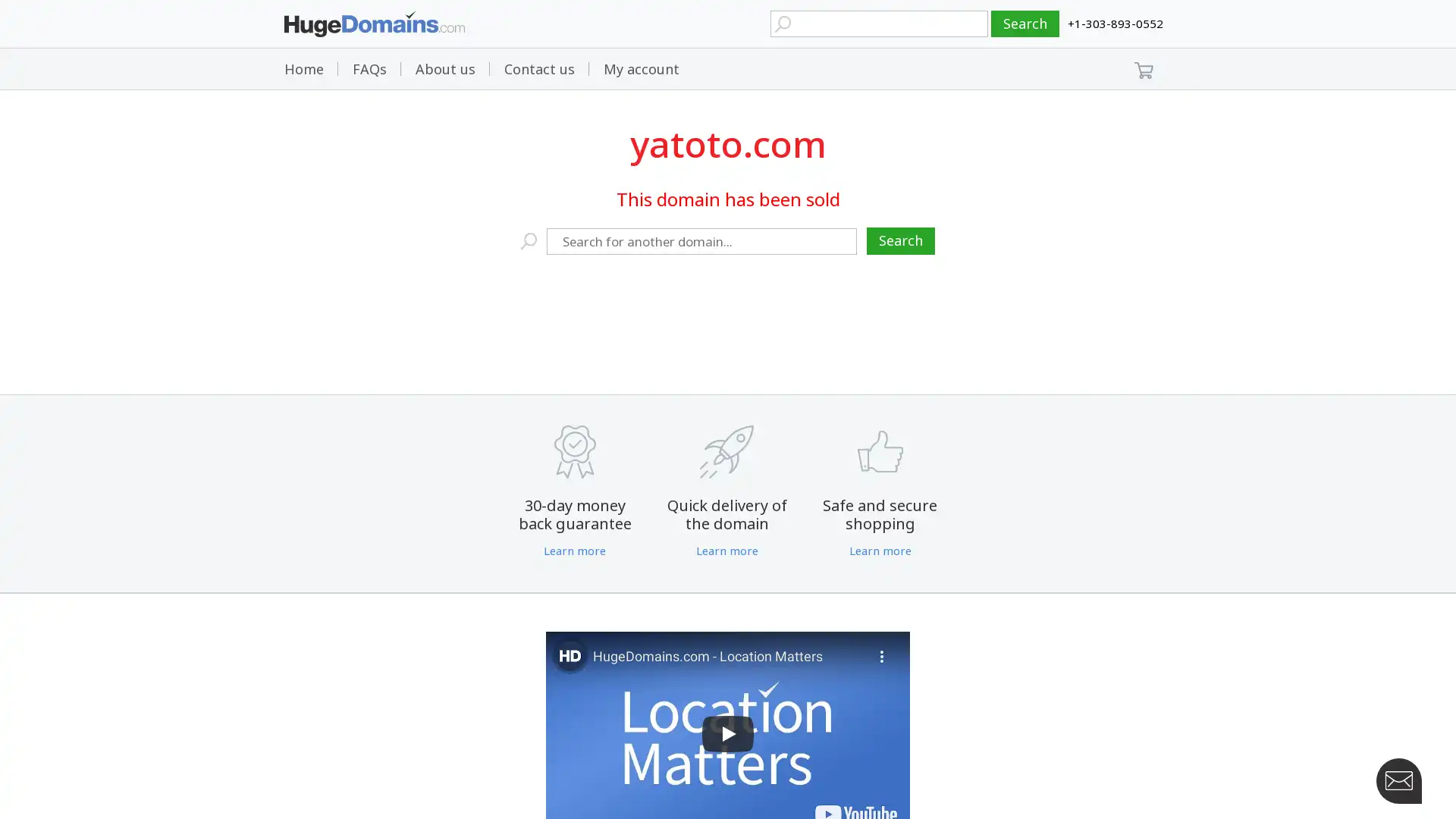 The width and height of the screenshot is (1456, 819). I want to click on Search, so click(1025, 24).